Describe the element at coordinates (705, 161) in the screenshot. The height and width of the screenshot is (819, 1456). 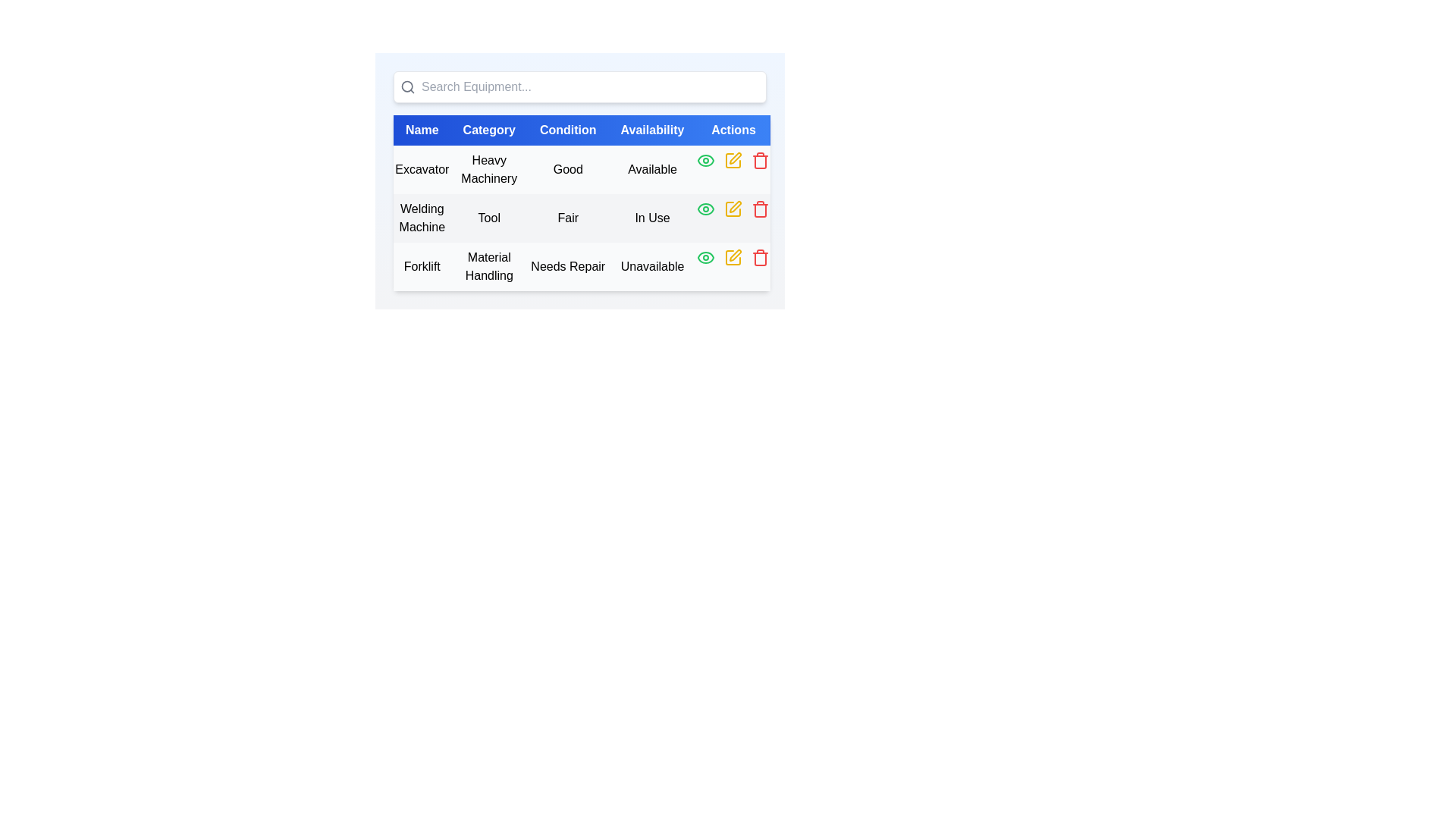
I see `the Icon Button in the Actions column of the first row of the data table` at that location.